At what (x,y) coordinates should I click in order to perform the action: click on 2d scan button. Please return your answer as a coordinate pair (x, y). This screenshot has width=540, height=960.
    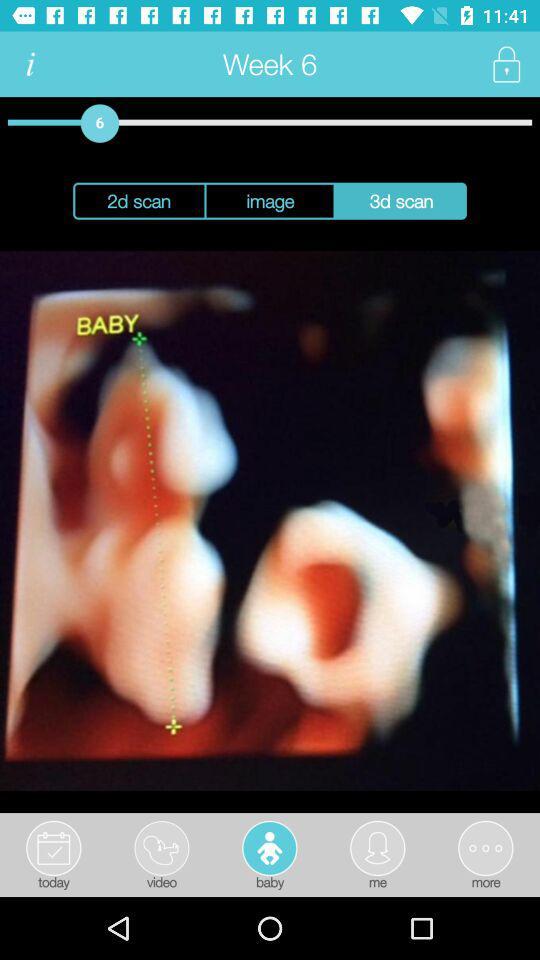
    Looking at the image, I should click on (137, 201).